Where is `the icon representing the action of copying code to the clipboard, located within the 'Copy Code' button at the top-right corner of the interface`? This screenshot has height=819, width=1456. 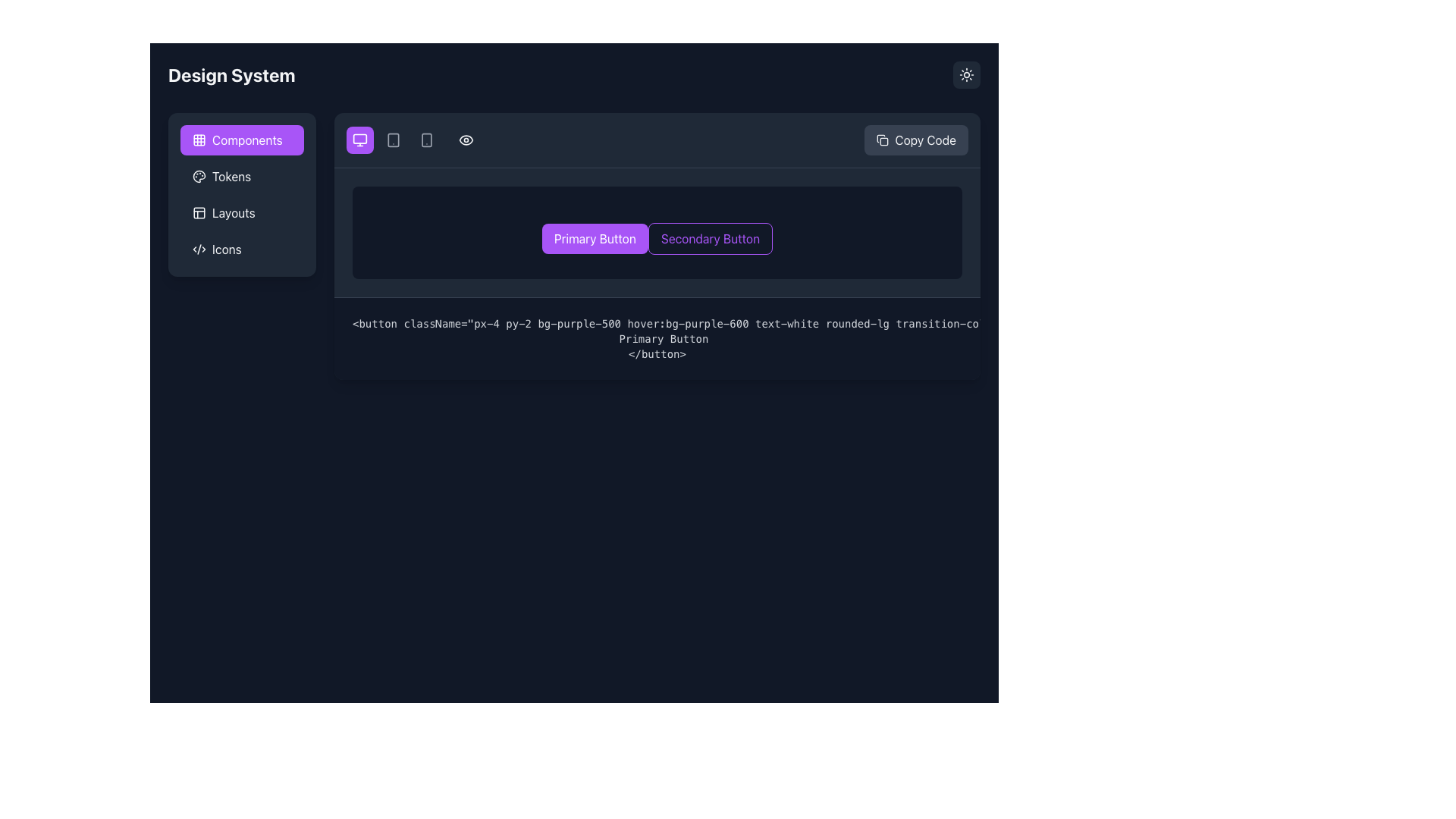 the icon representing the action of copying code to the clipboard, located within the 'Copy Code' button at the top-right corner of the interface is located at coordinates (883, 140).